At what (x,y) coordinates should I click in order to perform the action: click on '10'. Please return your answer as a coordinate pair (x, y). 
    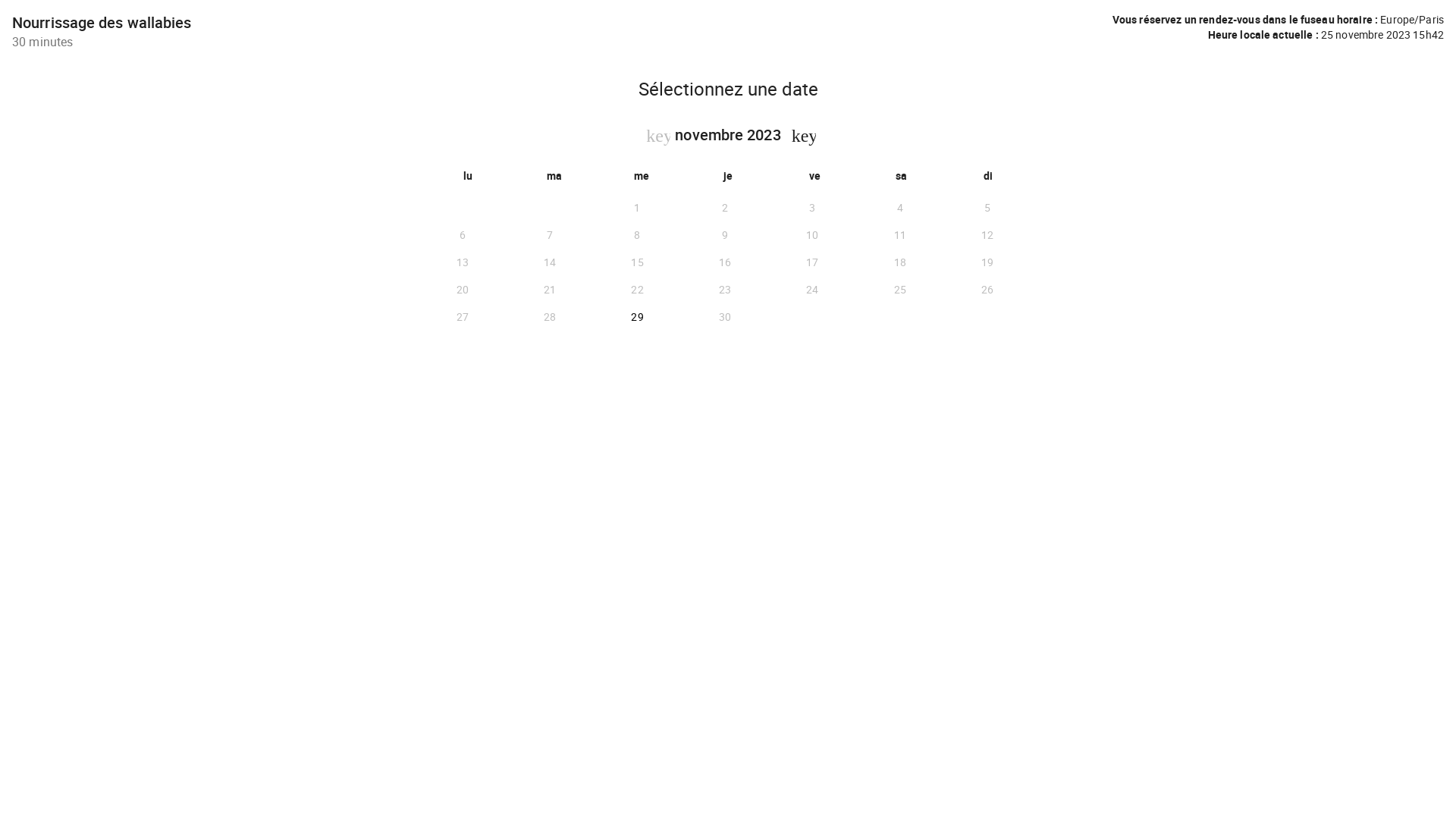
    Looking at the image, I should click on (768, 234).